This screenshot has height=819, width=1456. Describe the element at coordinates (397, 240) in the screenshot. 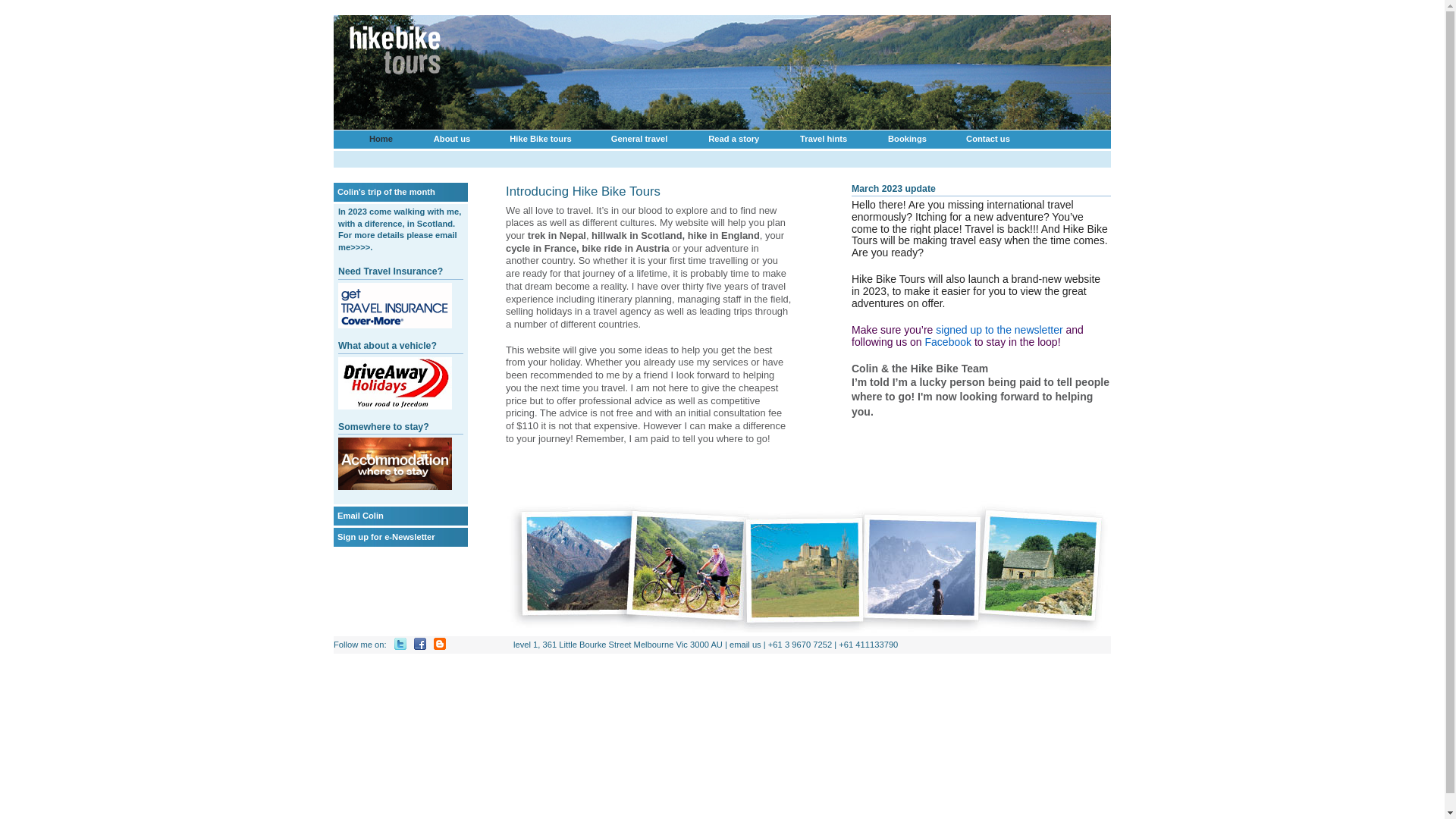

I see `'email me'` at that location.